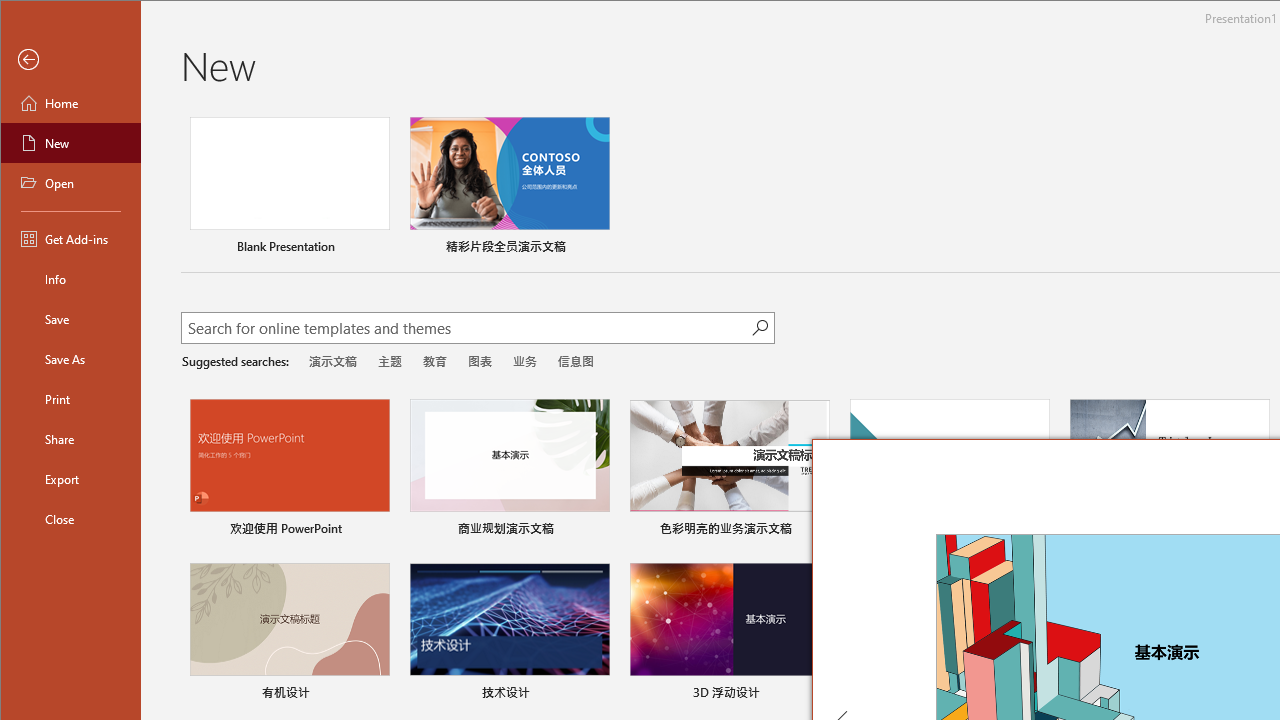  Describe the element at coordinates (466, 329) in the screenshot. I see `'Search for online templates and themes'` at that location.